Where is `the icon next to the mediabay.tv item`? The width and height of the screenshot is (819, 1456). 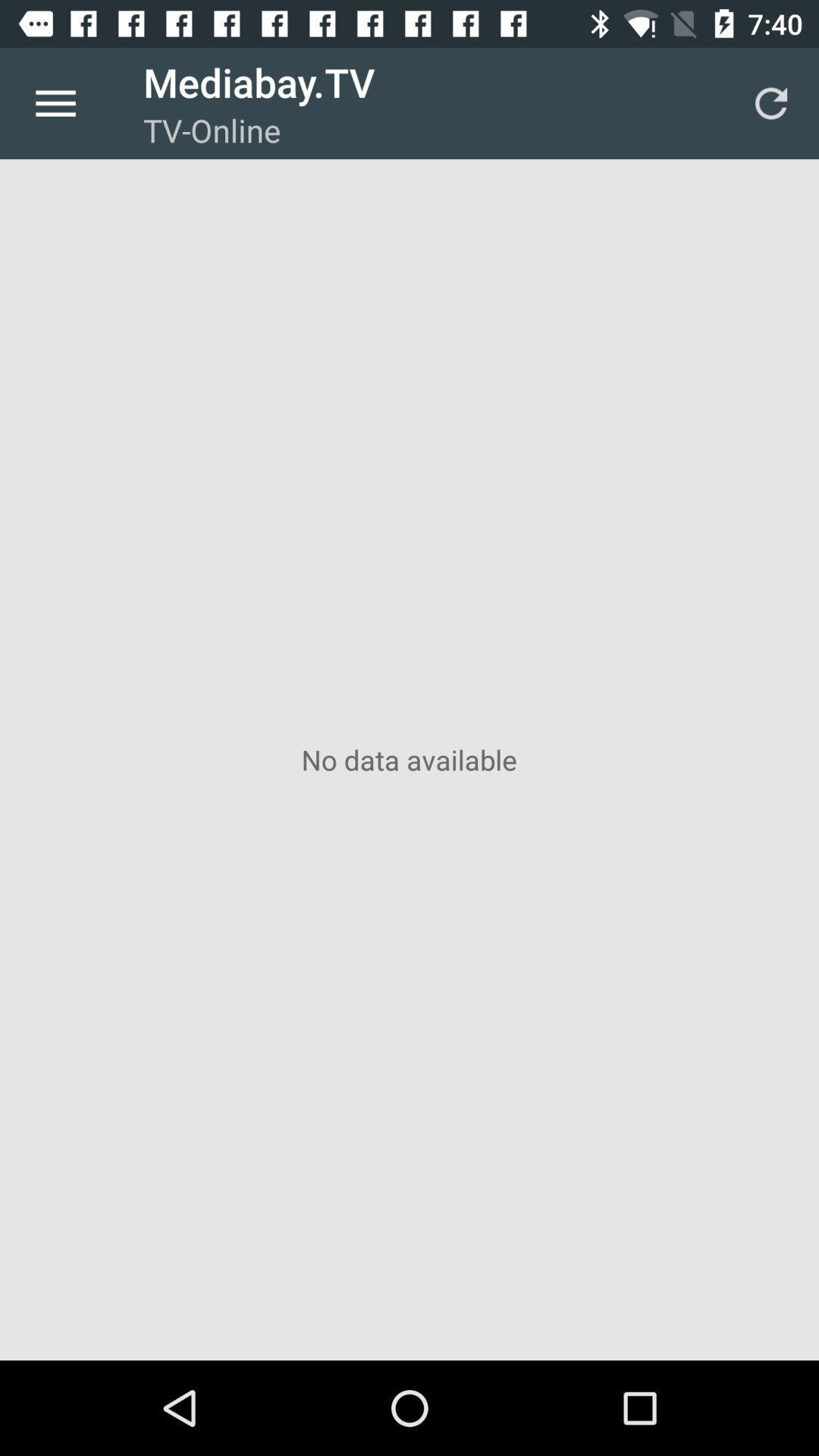
the icon next to the mediabay.tv item is located at coordinates (55, 102).